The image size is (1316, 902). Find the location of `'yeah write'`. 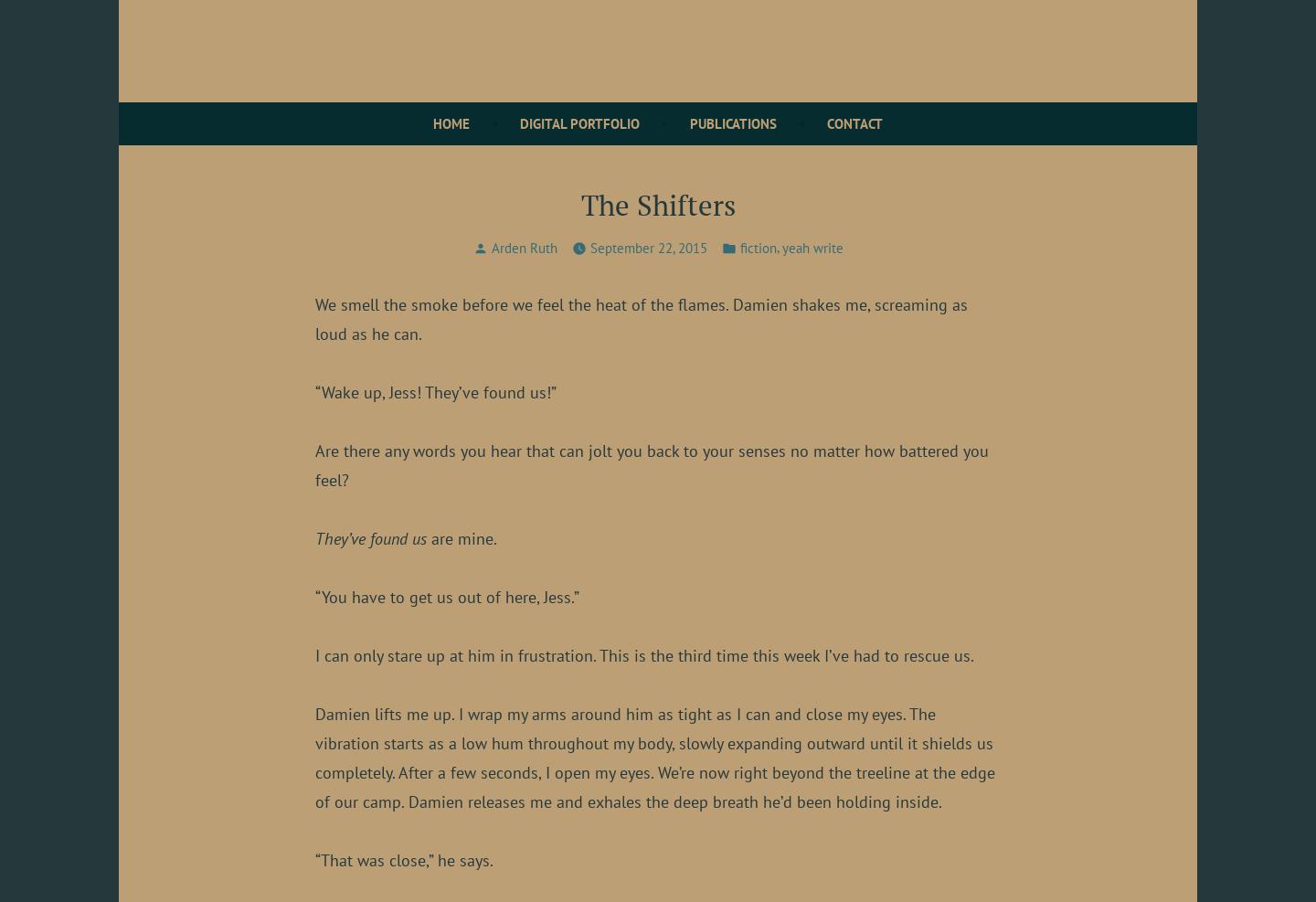

'yeah write' is located at coordinates (780, 247).